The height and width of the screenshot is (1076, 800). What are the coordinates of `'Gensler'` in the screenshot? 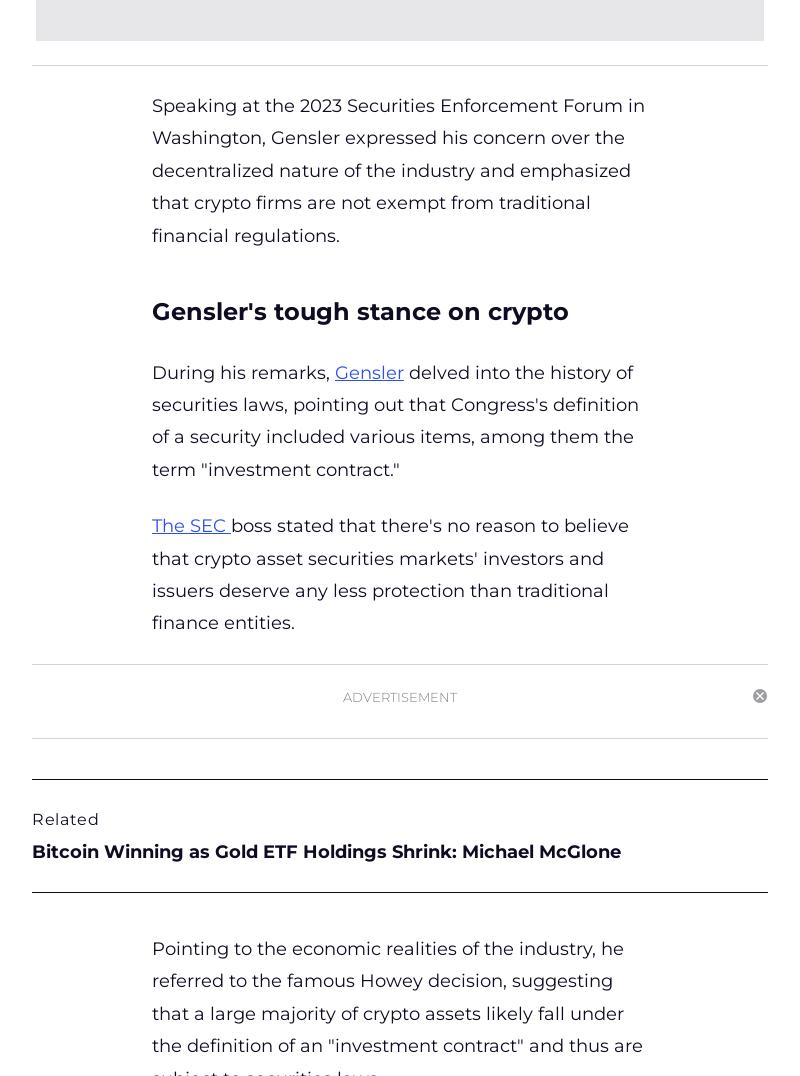 It's located at (368, 370).